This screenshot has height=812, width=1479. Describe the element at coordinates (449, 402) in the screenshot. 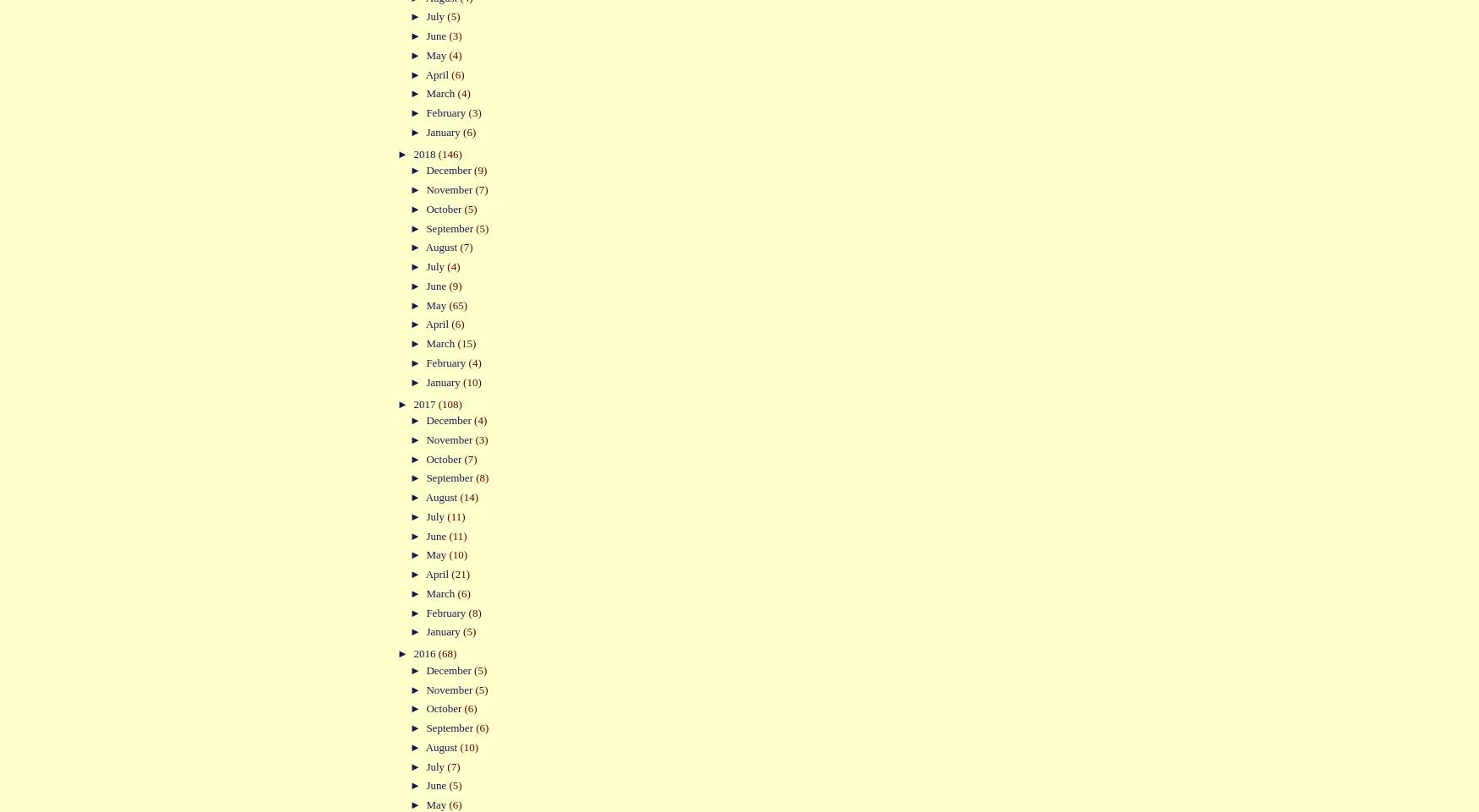

I see `'(108)'` at that location.